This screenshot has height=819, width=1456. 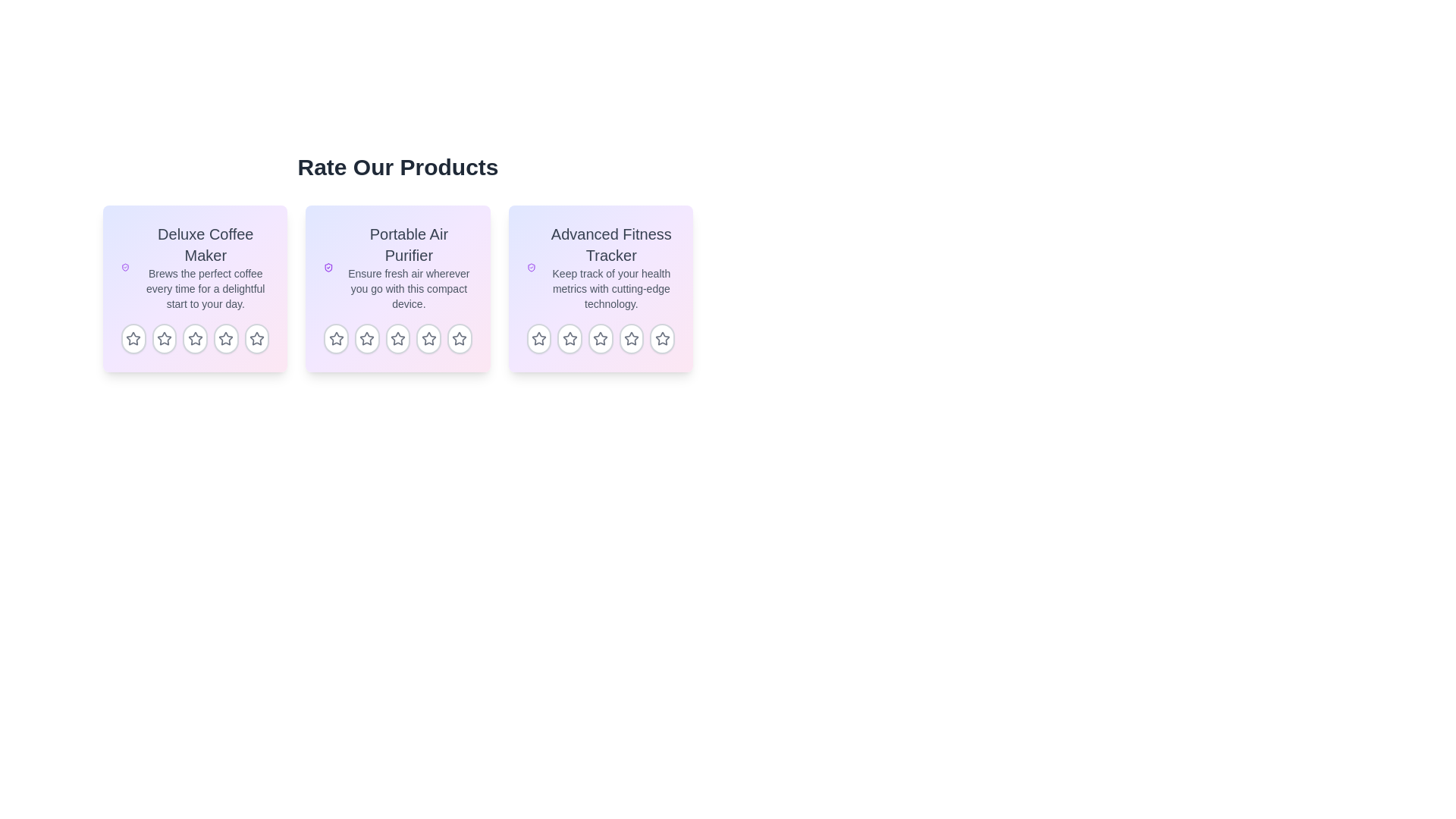 I want to click on the first rating star icon in the Advanced Fitness Tracker rating section, so click(x=538, y=338).